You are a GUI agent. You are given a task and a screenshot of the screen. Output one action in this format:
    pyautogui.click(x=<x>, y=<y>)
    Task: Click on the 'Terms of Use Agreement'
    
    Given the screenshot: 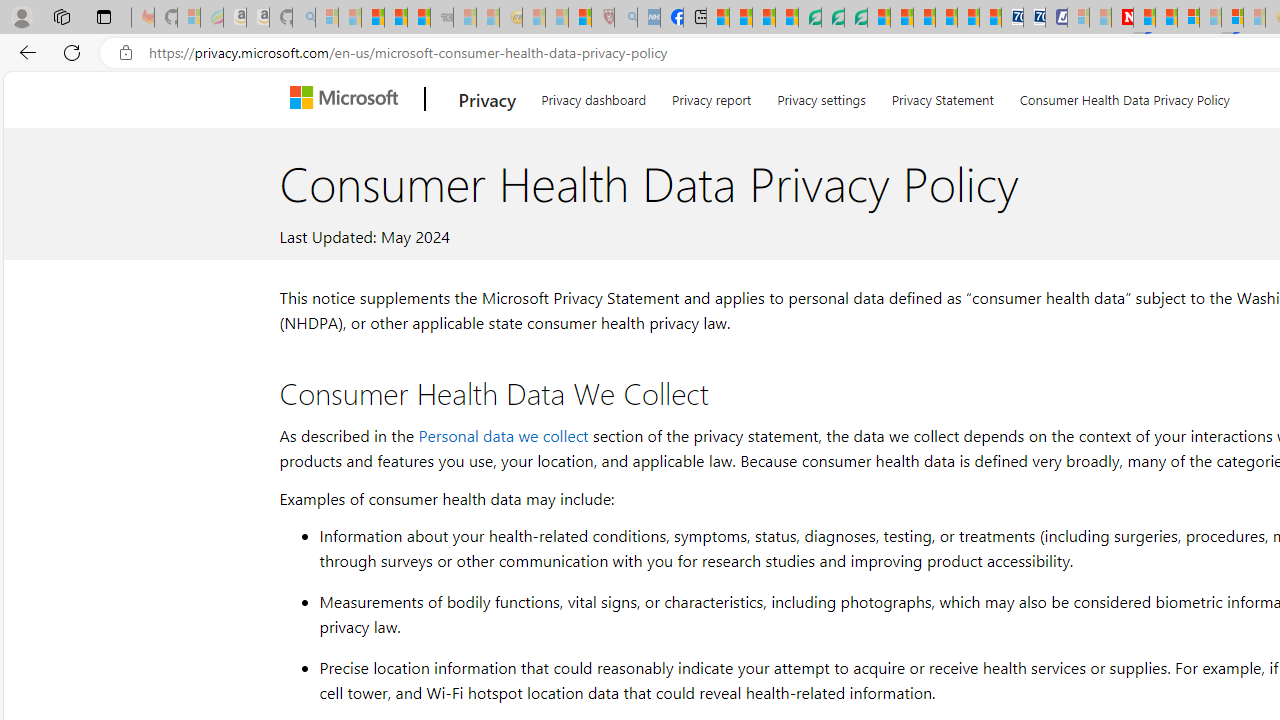 What is the action you would take?
    pyautogui.click(x=832, y=17)
    